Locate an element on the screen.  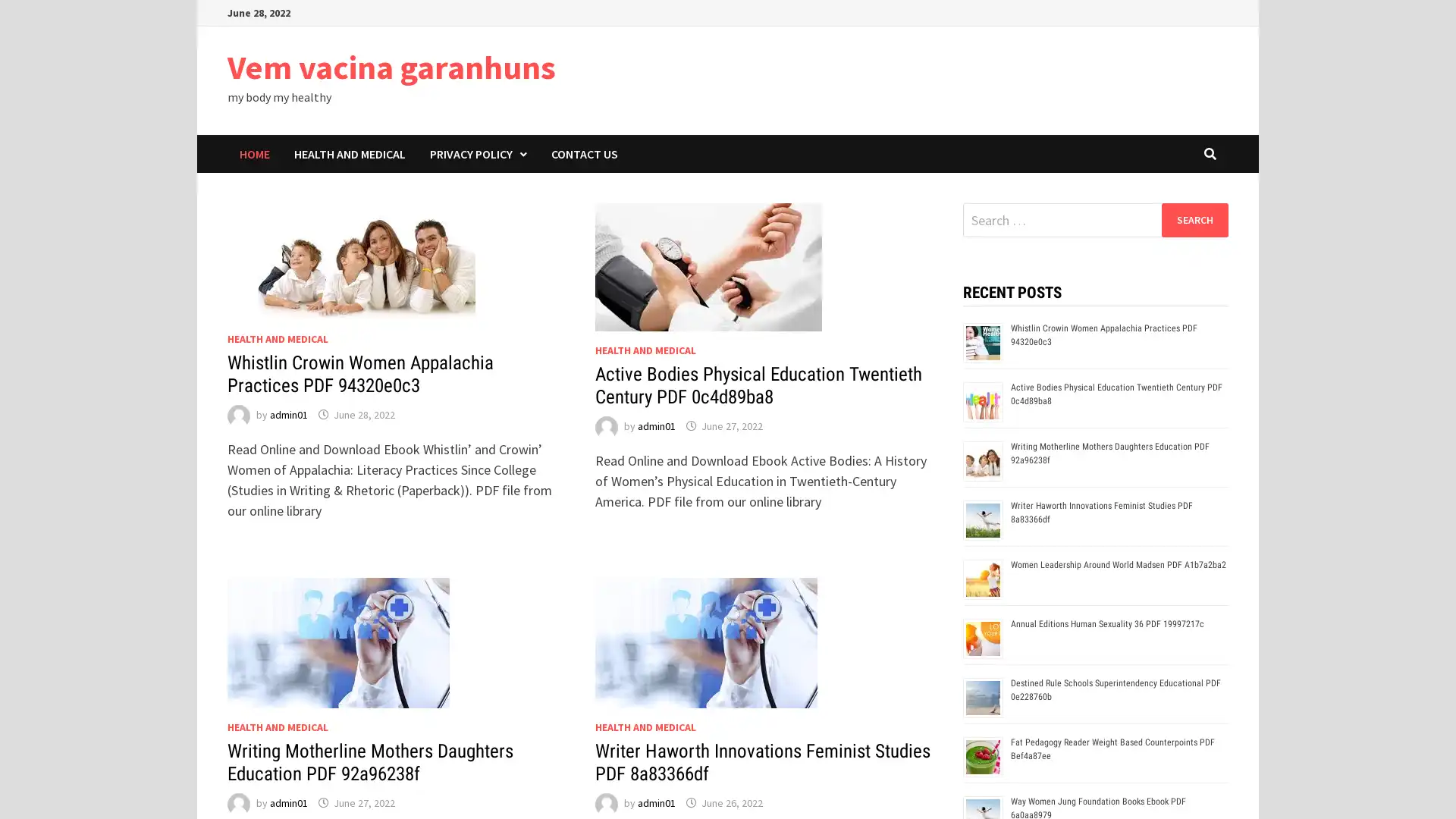
Search is located at coordinates (1194, 219).